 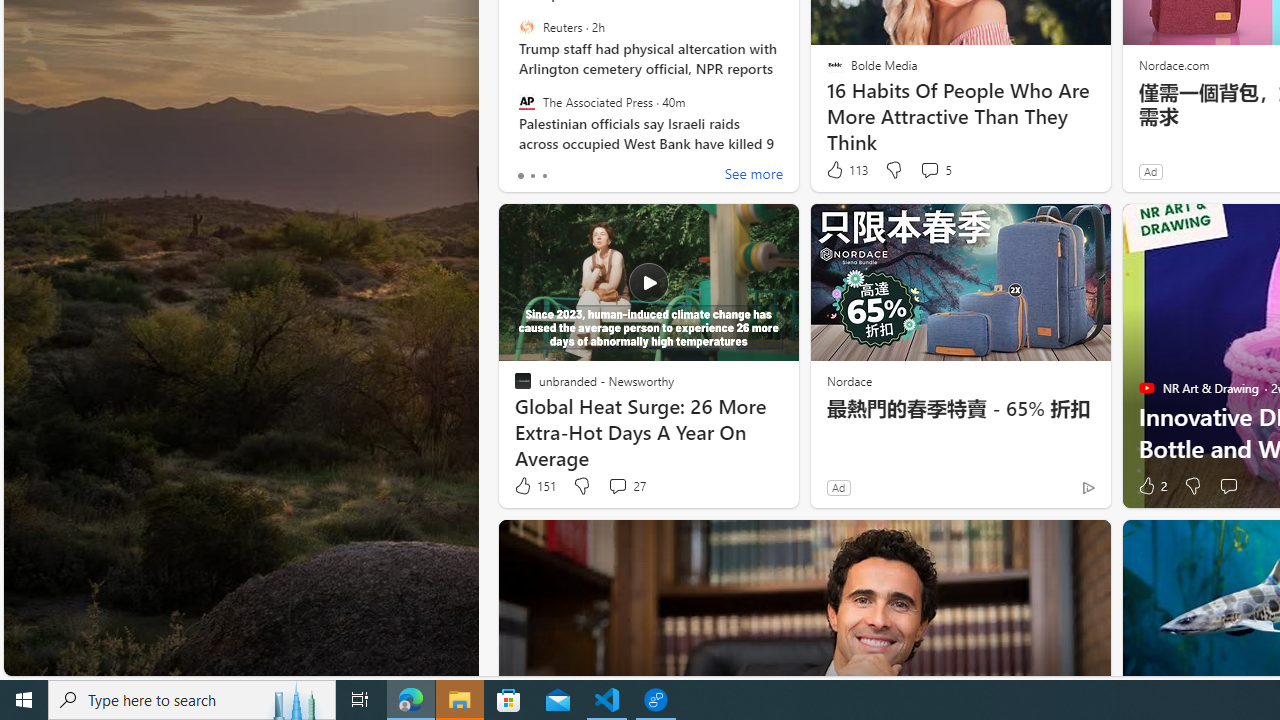 I want to click on 'See more', so click(x=752, y=175).